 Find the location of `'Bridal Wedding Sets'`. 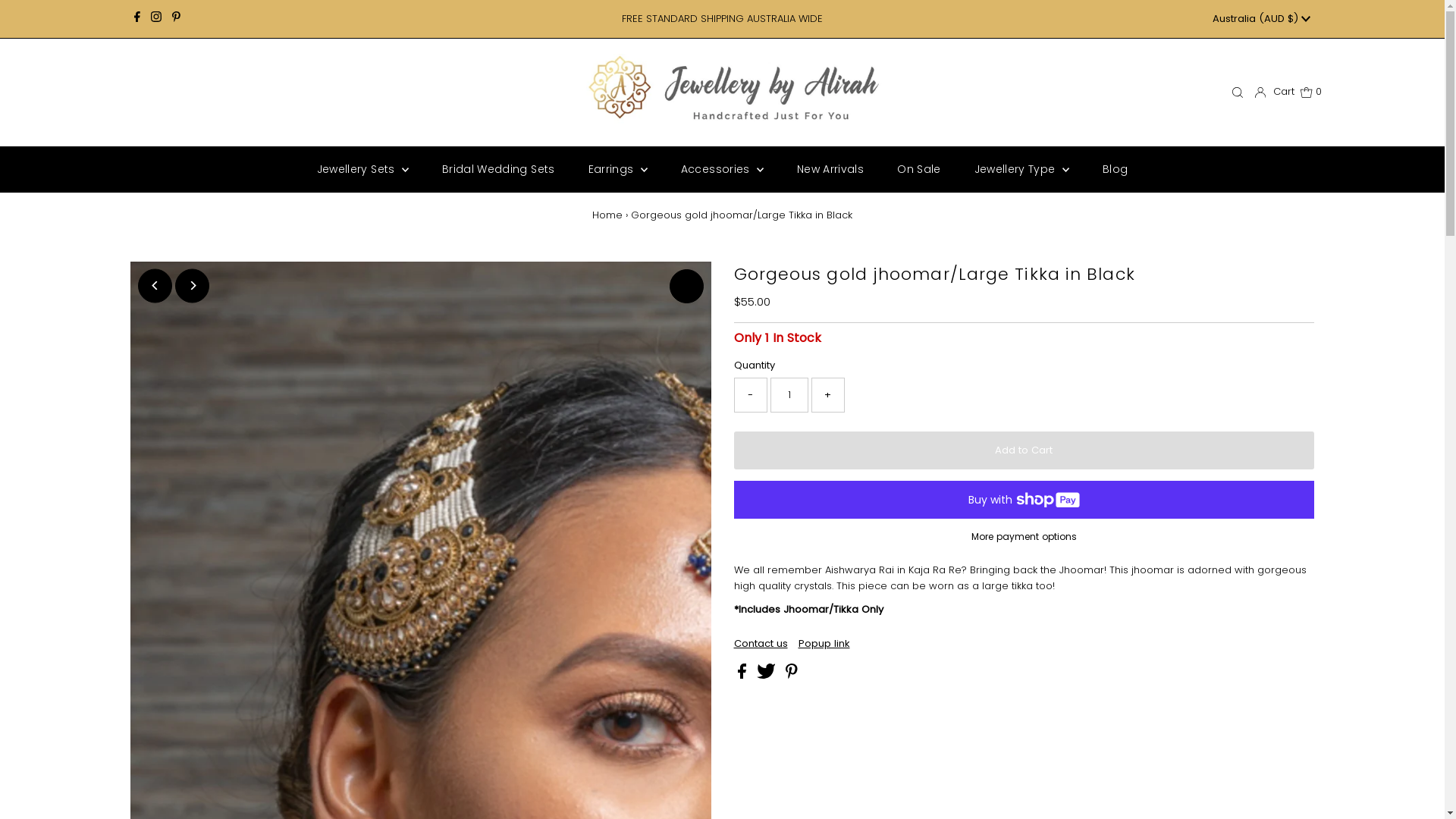

'Bridal Wedding Sets' is located at coordinates (425, 169).